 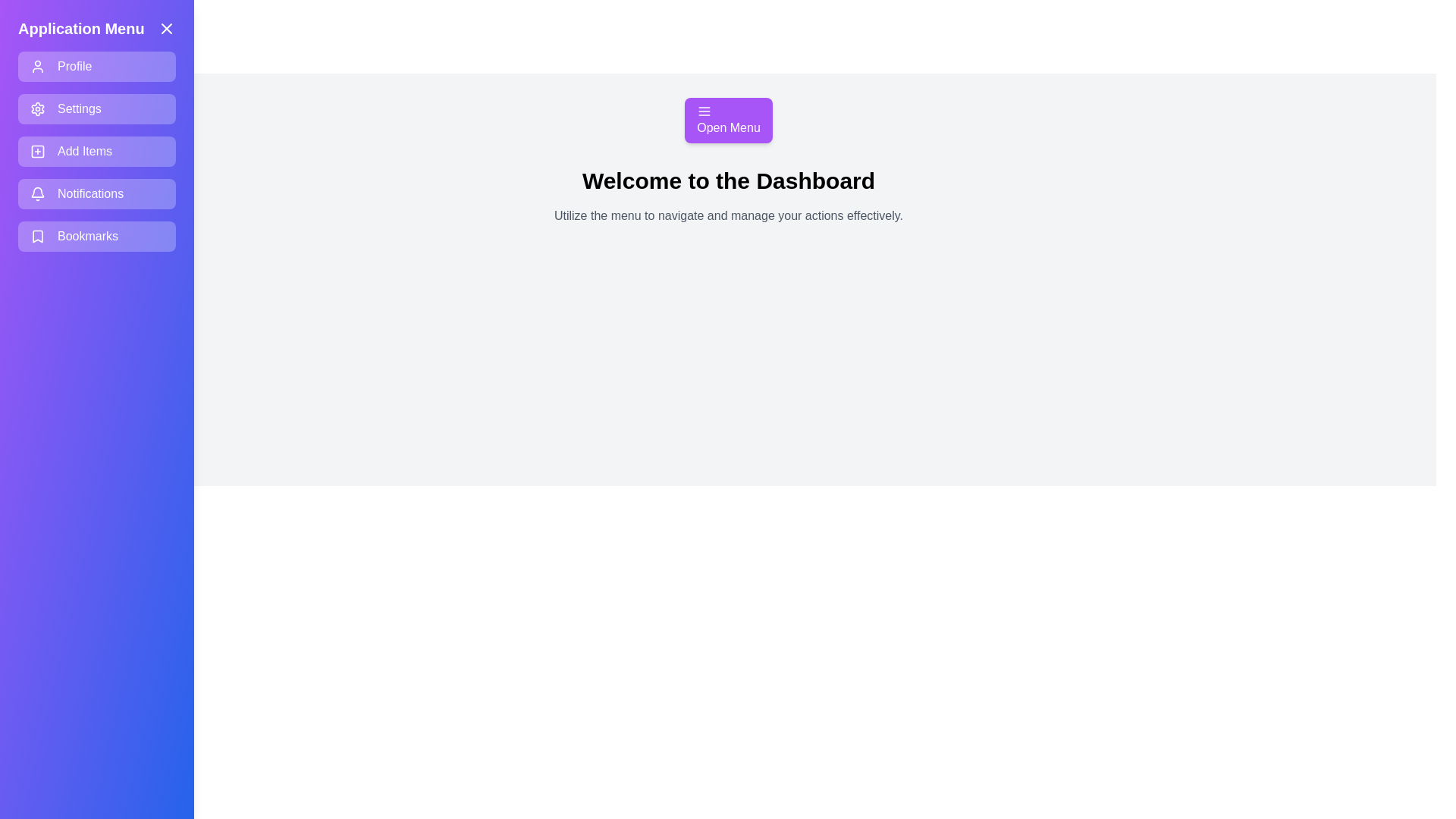 What do you see at coordinates (96, 108) in the screenshot?
I see `the menu item Settings to navigate to its respective section` at bounding box center [96, 108].